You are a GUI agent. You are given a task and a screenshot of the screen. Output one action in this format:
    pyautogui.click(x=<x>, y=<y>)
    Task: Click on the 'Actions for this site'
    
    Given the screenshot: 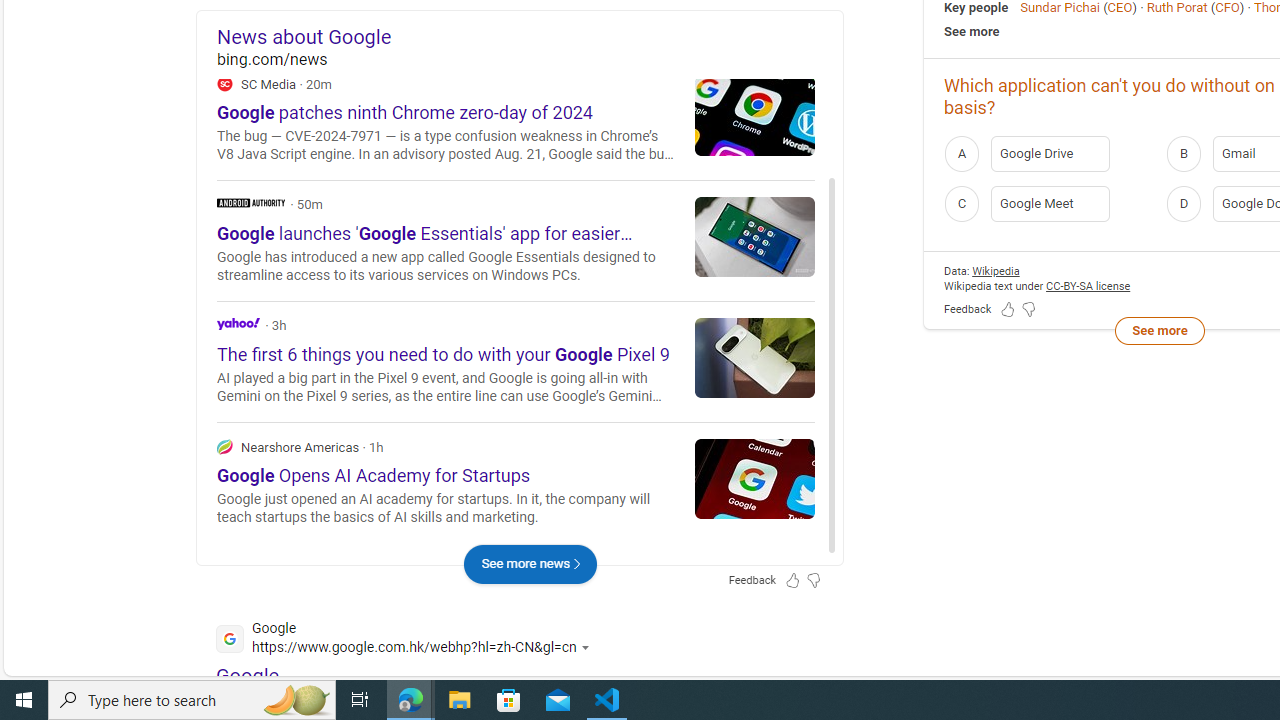 What is the action you would take?
    pyautogui.click(x=587, y=647)
    